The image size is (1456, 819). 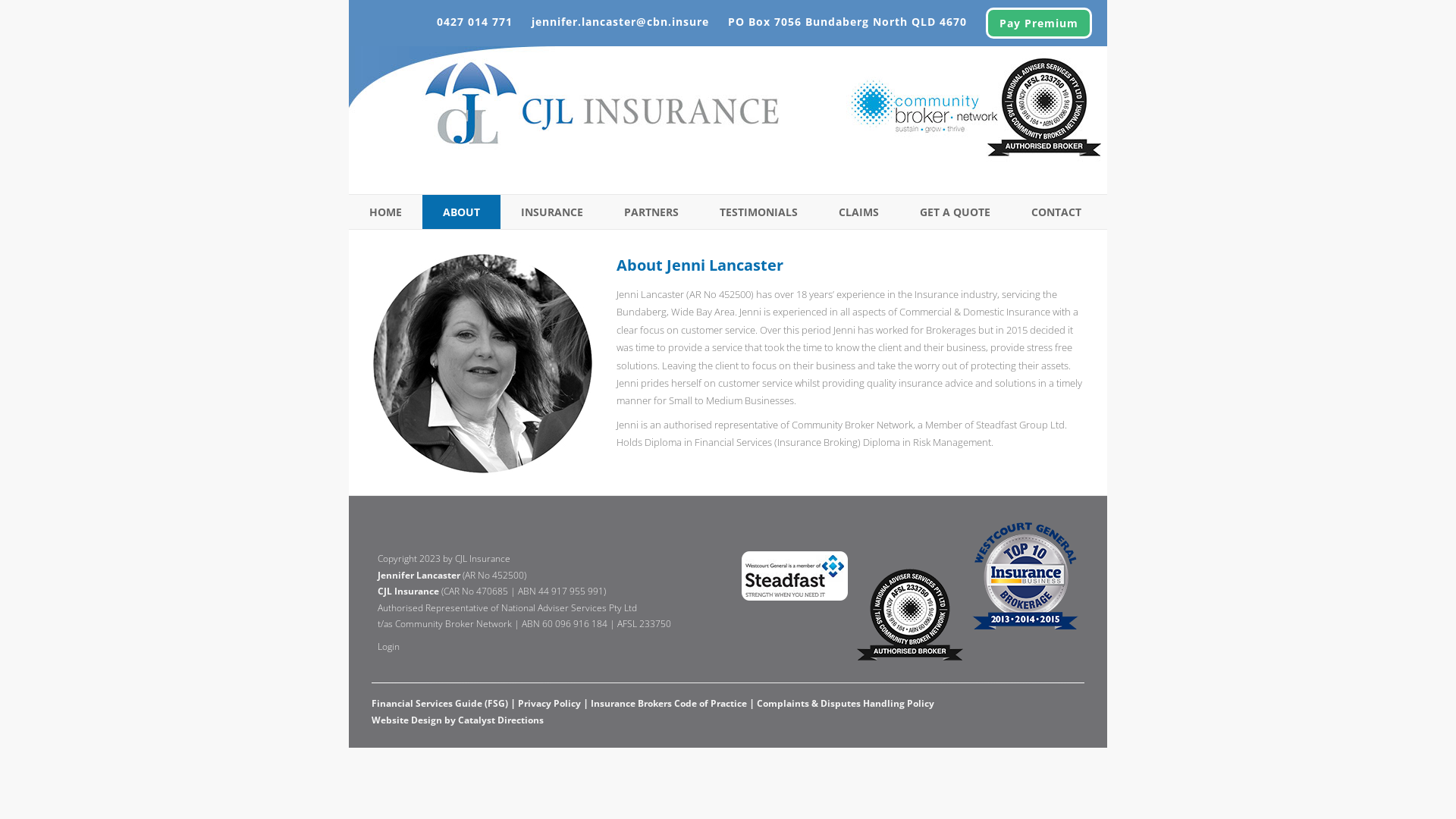 I want to click on 'HOME', so click(x=385, y=212).